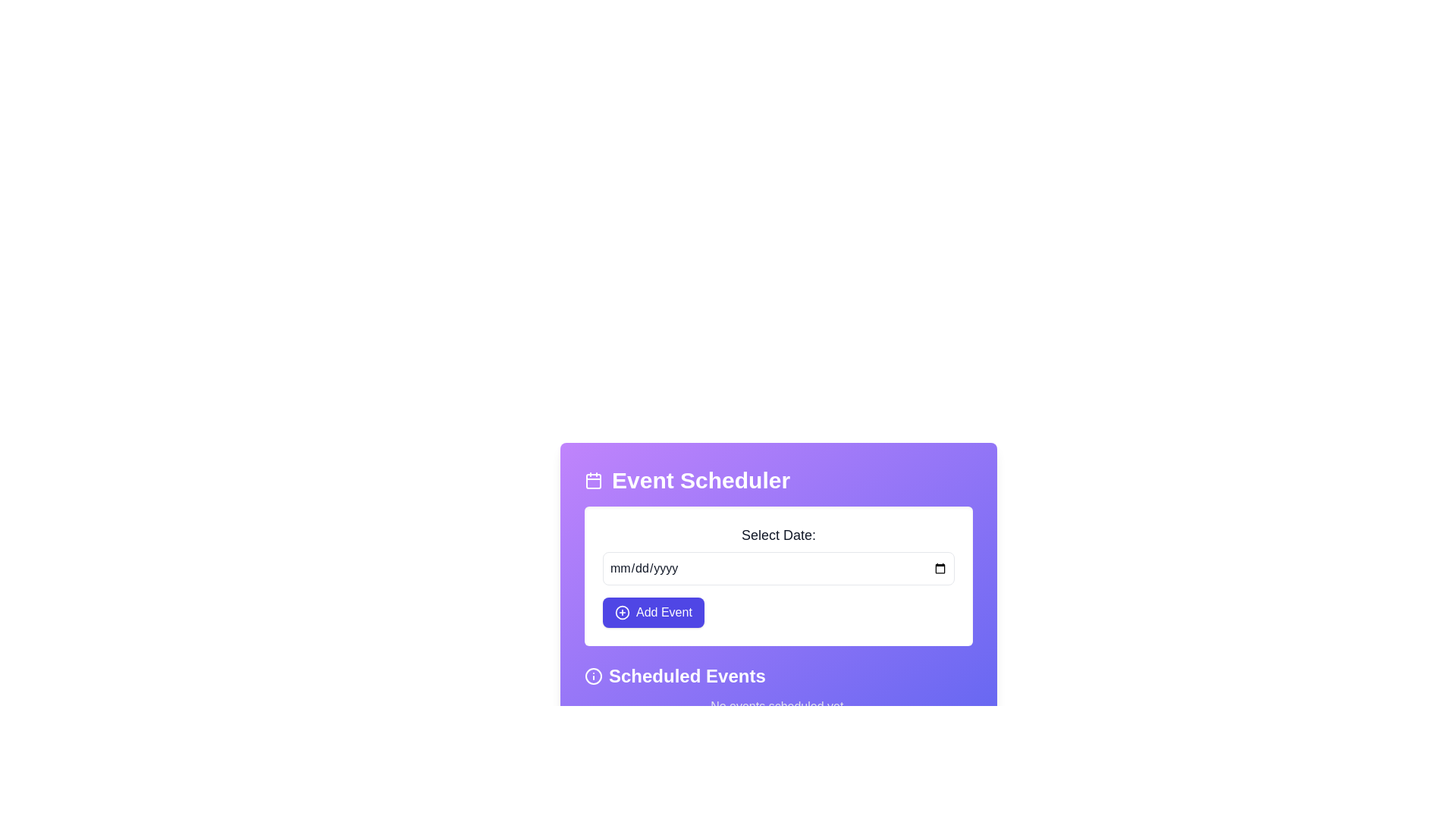 This screenshot has width=1456, height=819. I want to click on the 'Add Event' button, which has a vibrant indigo background and white text, so click(653, 611).